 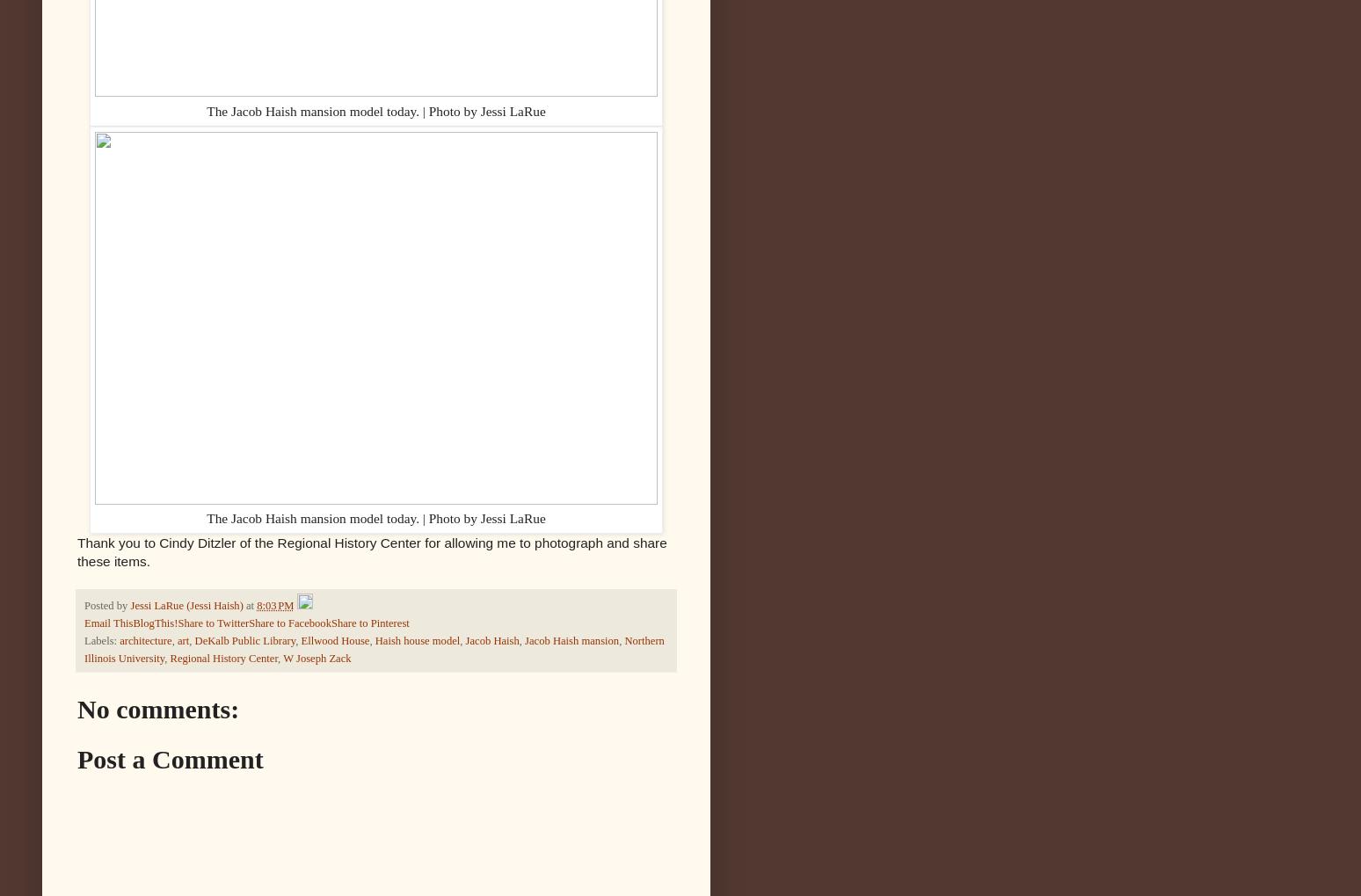 I want to click on 'architecture', so click(x=145, y=640).